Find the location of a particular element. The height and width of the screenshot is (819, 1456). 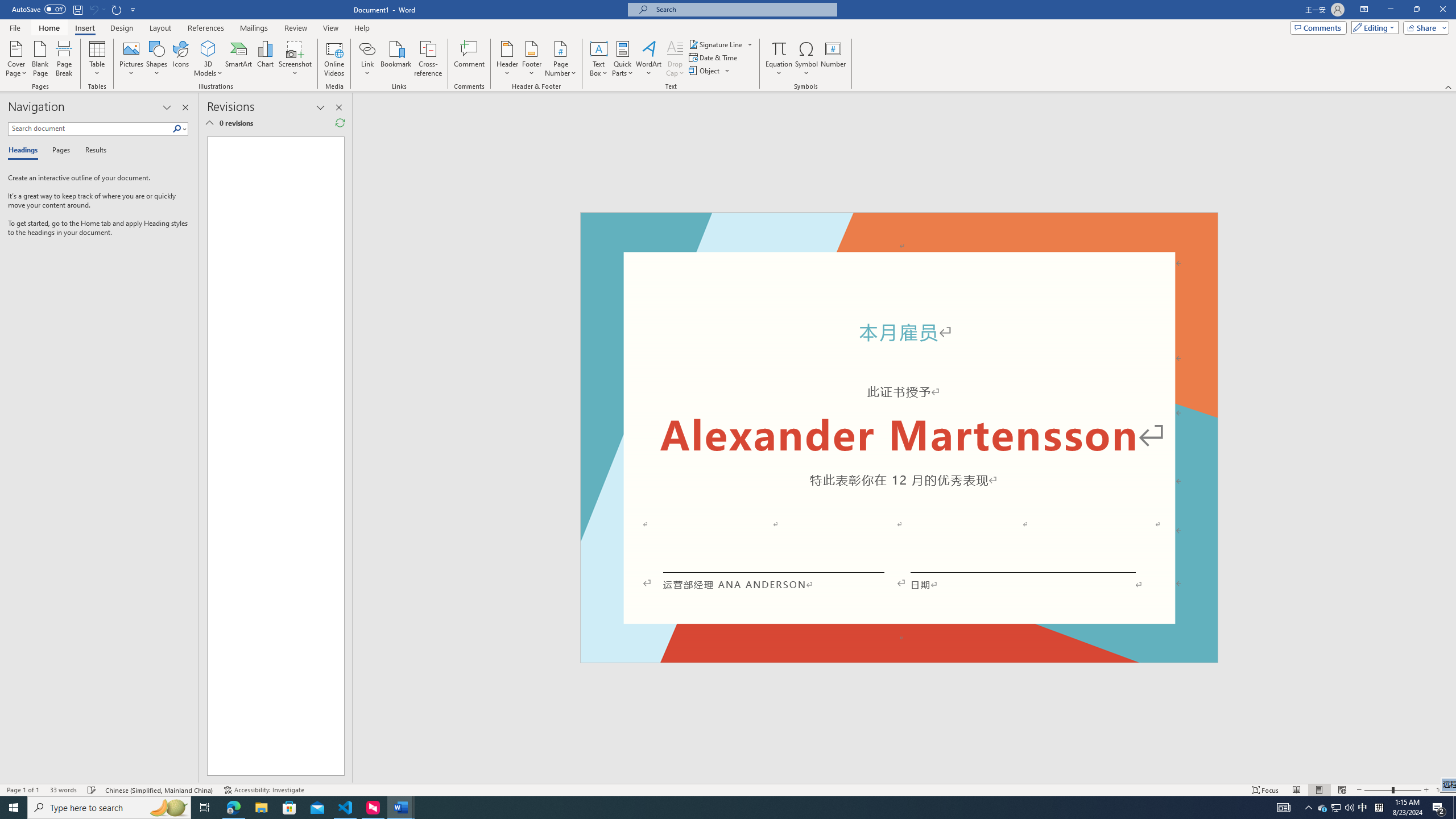

'Header' is located at coordinates (507, 59).